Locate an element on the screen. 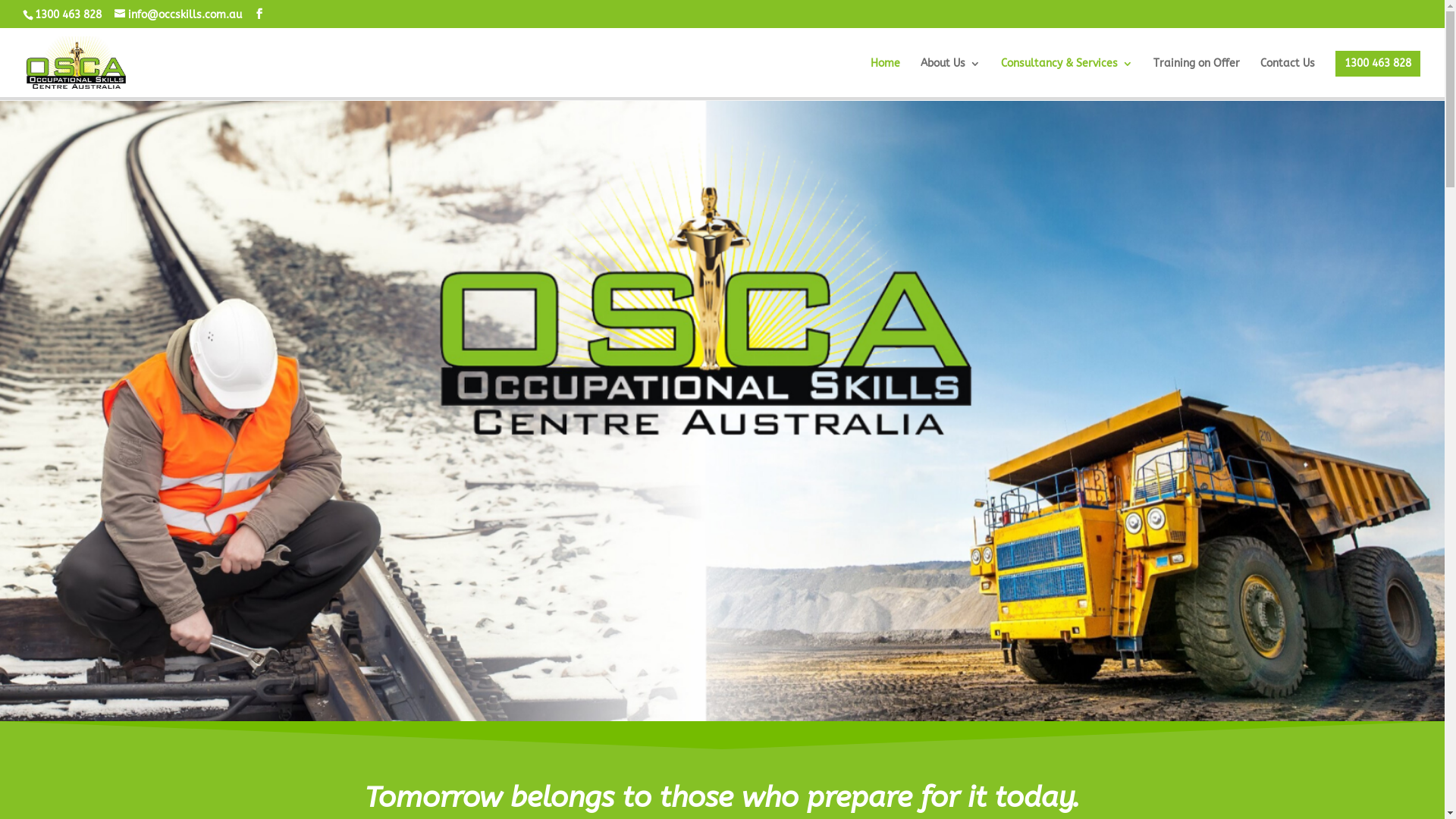 This screenshot has height=819, width=1456. 'Occupational Skills Centre Cover Photo' is located at coordinates (721, 411).